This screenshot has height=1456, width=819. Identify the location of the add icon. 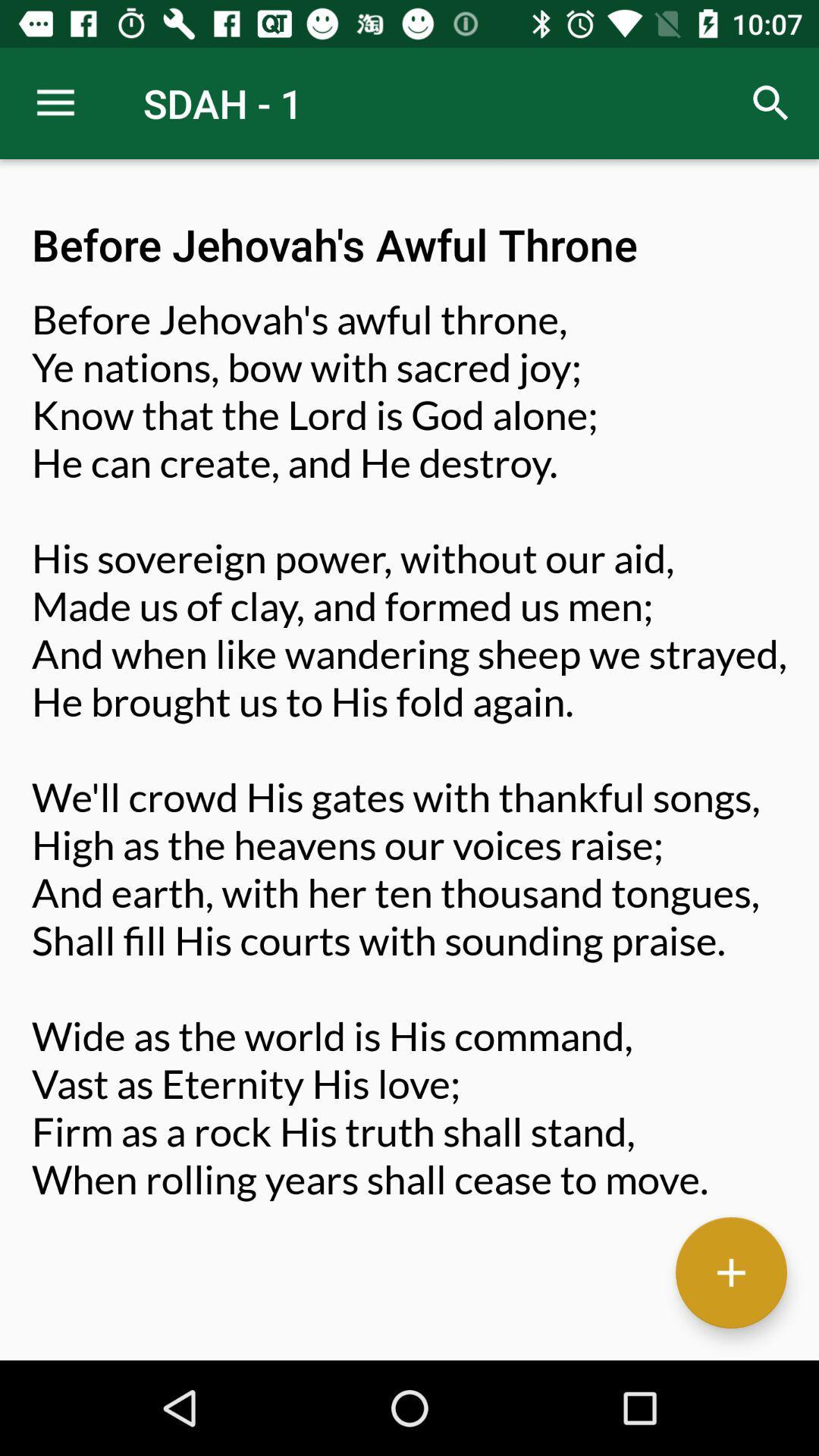
(730, 1272).